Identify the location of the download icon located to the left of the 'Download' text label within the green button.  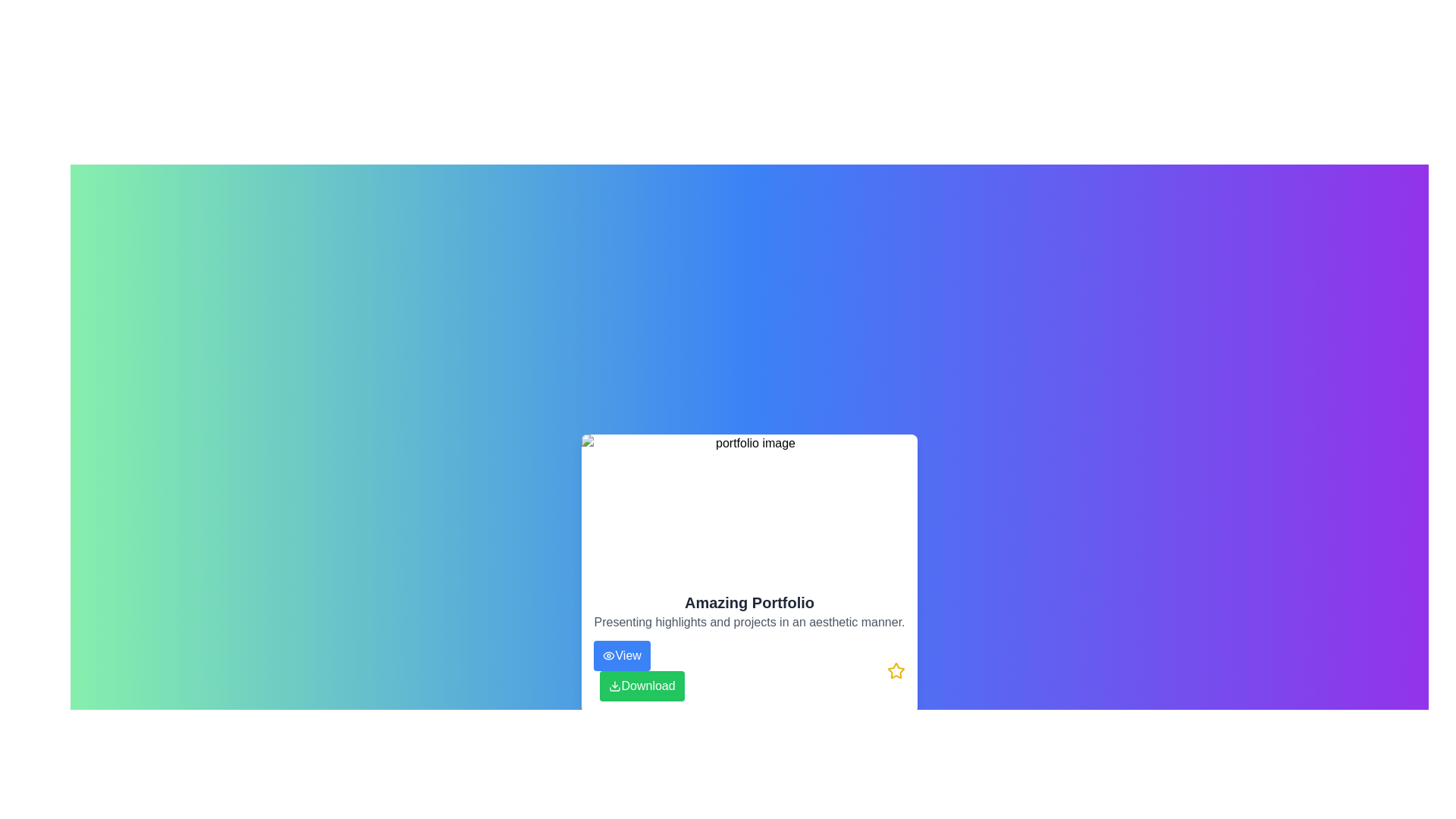
(615, 686).